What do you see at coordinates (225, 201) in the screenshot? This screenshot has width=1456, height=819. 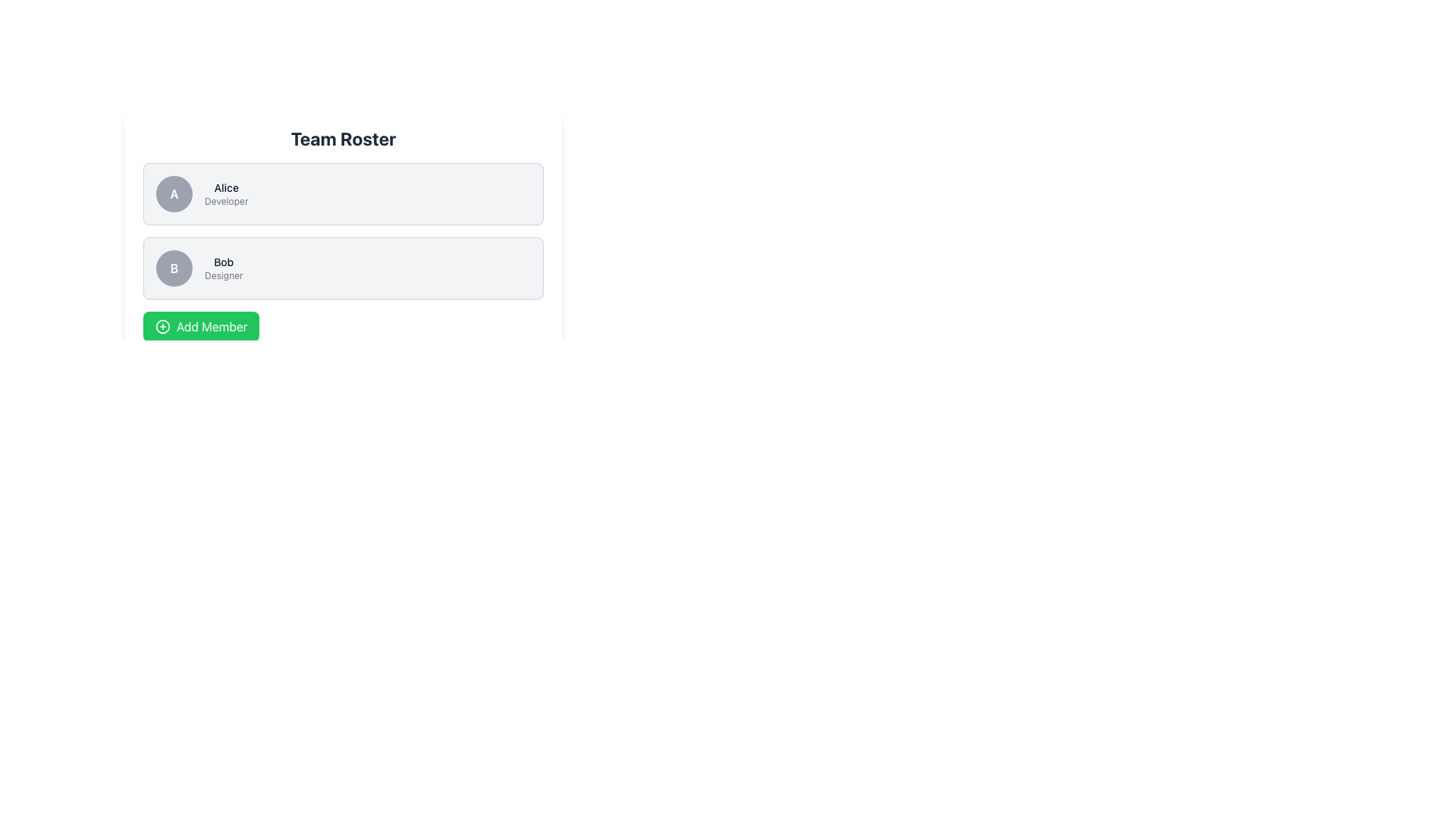 I see `the text label indicating 'Developer' for the individual named 'Alice', which is located directly beneath her name in the profile card` at bounding box center [225, 201].